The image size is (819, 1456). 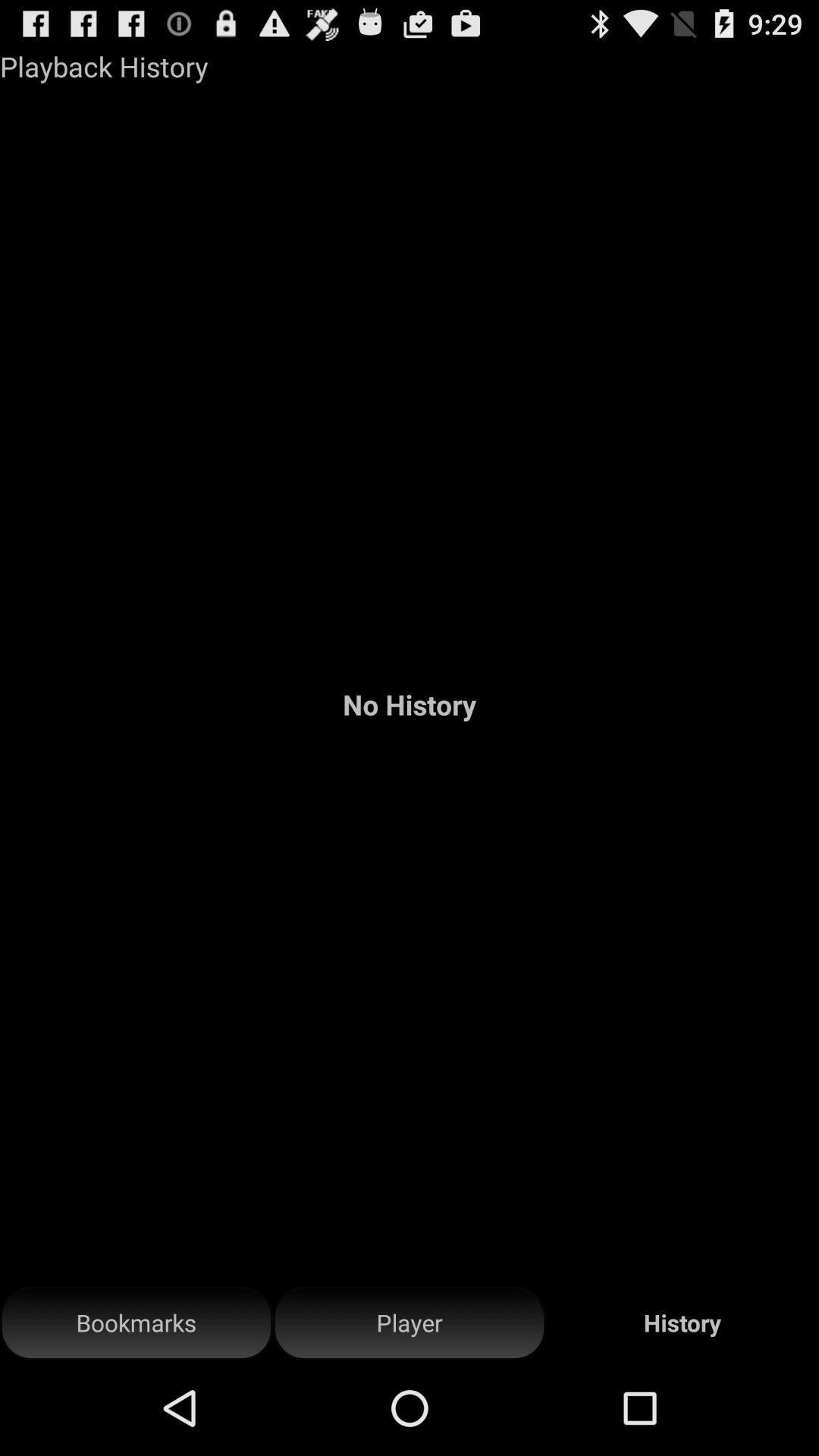 I want to click on icon next to history icon, so click(x=409, y=1323).